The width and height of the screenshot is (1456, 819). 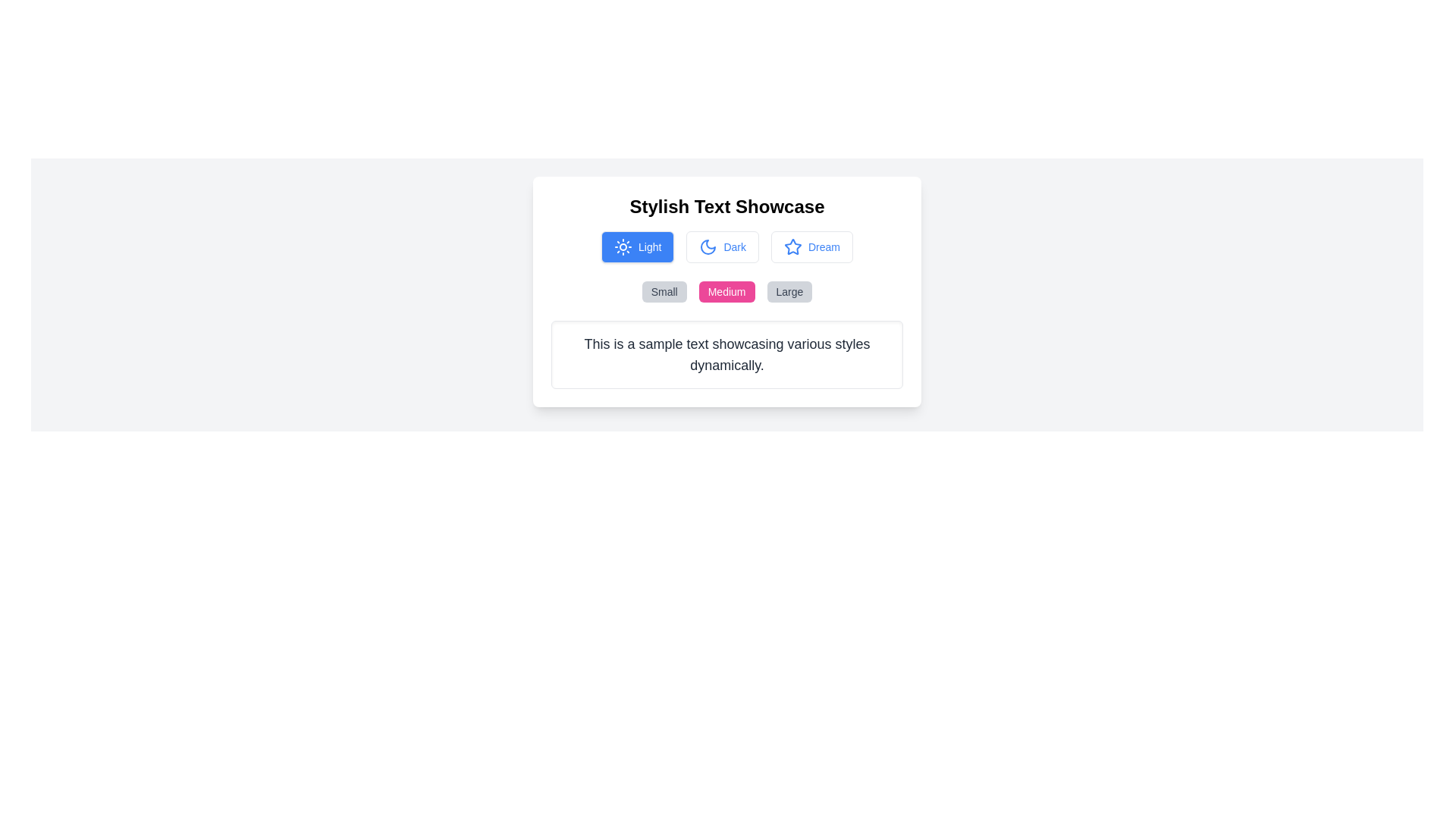 What do you see at coordinates (726, 292) in the screenshot?
I see `the 'Medium' button, which is the middle button in a row of three size options labeled 'Small', 'Medium', and 'Large'` at bounding box center [726, 292].